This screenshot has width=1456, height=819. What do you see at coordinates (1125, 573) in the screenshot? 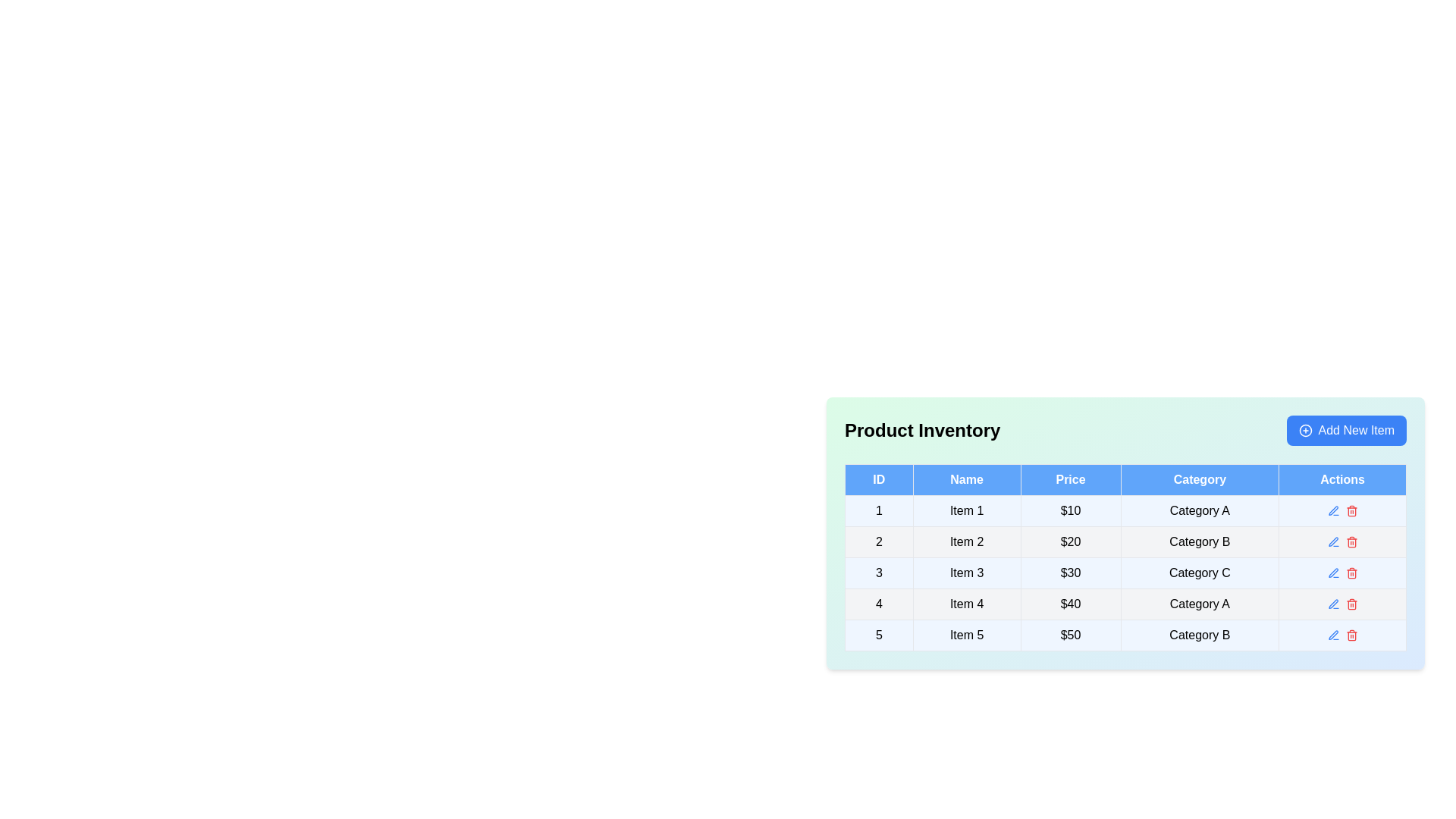
I see `the third row of the 'Product Inventory' data table` at bounding box center [1125, 573].